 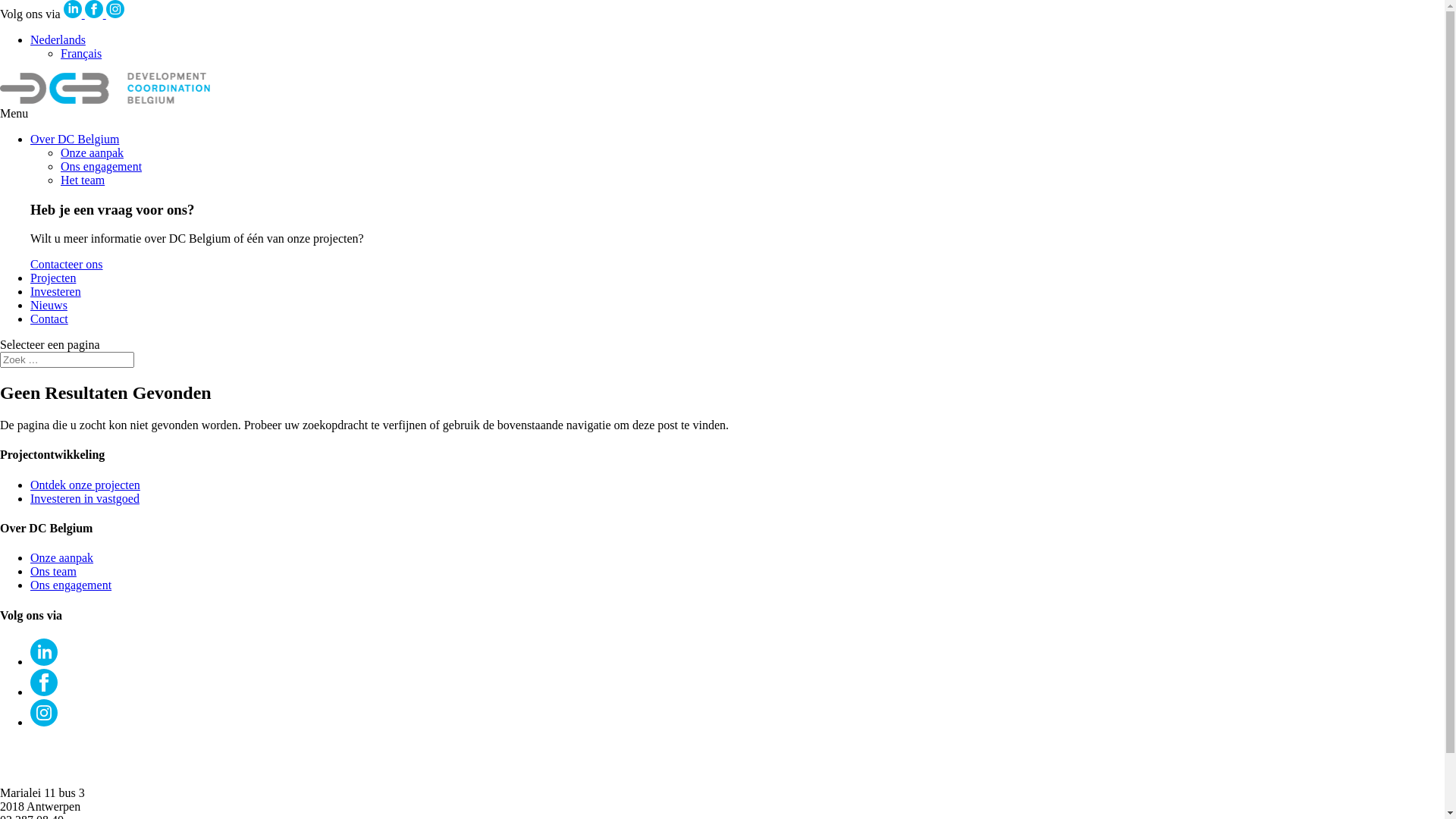 I want to click on 'Instagram', so click(x=43, y=721).